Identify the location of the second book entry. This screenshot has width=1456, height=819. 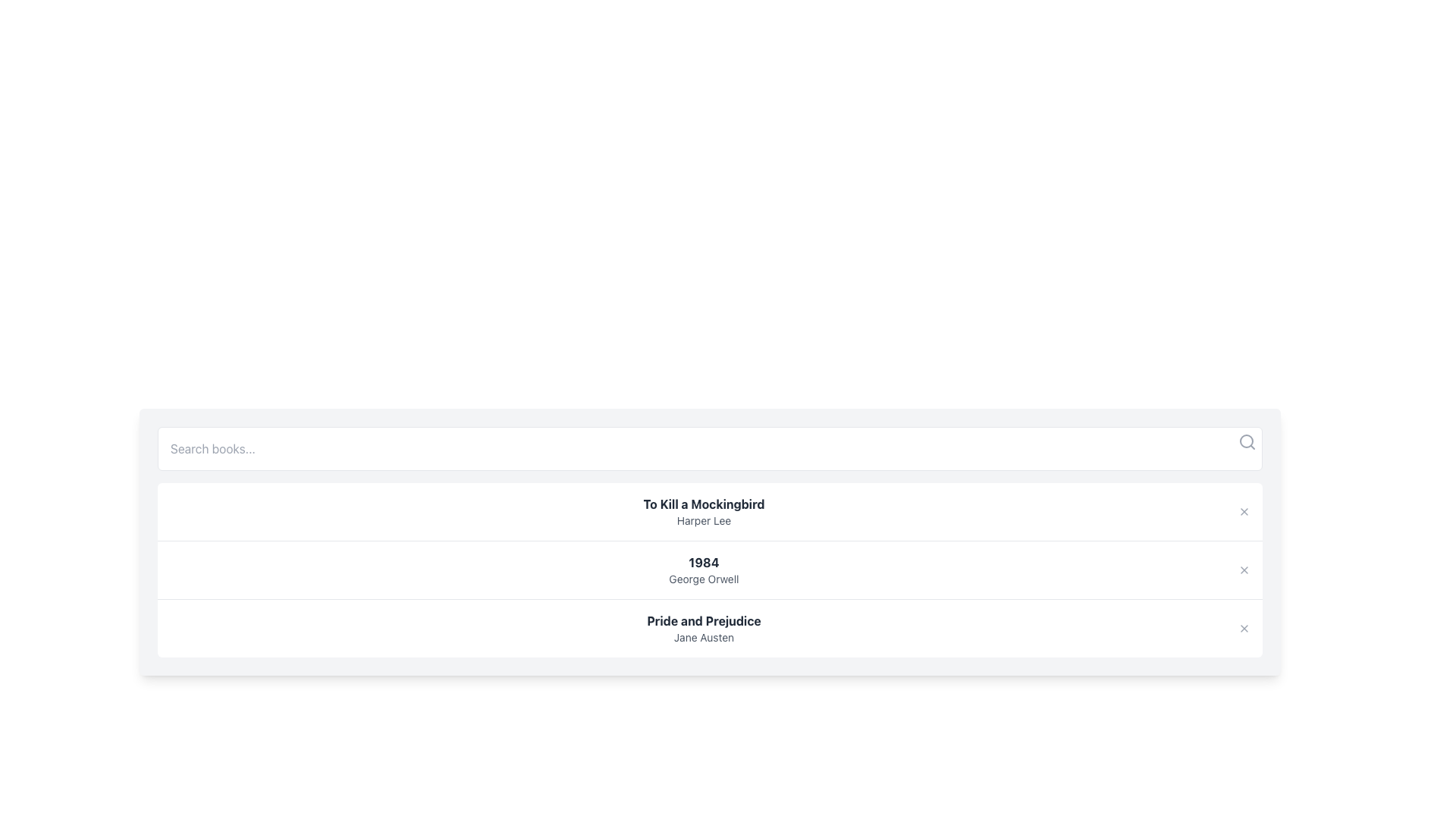
(709, 570).